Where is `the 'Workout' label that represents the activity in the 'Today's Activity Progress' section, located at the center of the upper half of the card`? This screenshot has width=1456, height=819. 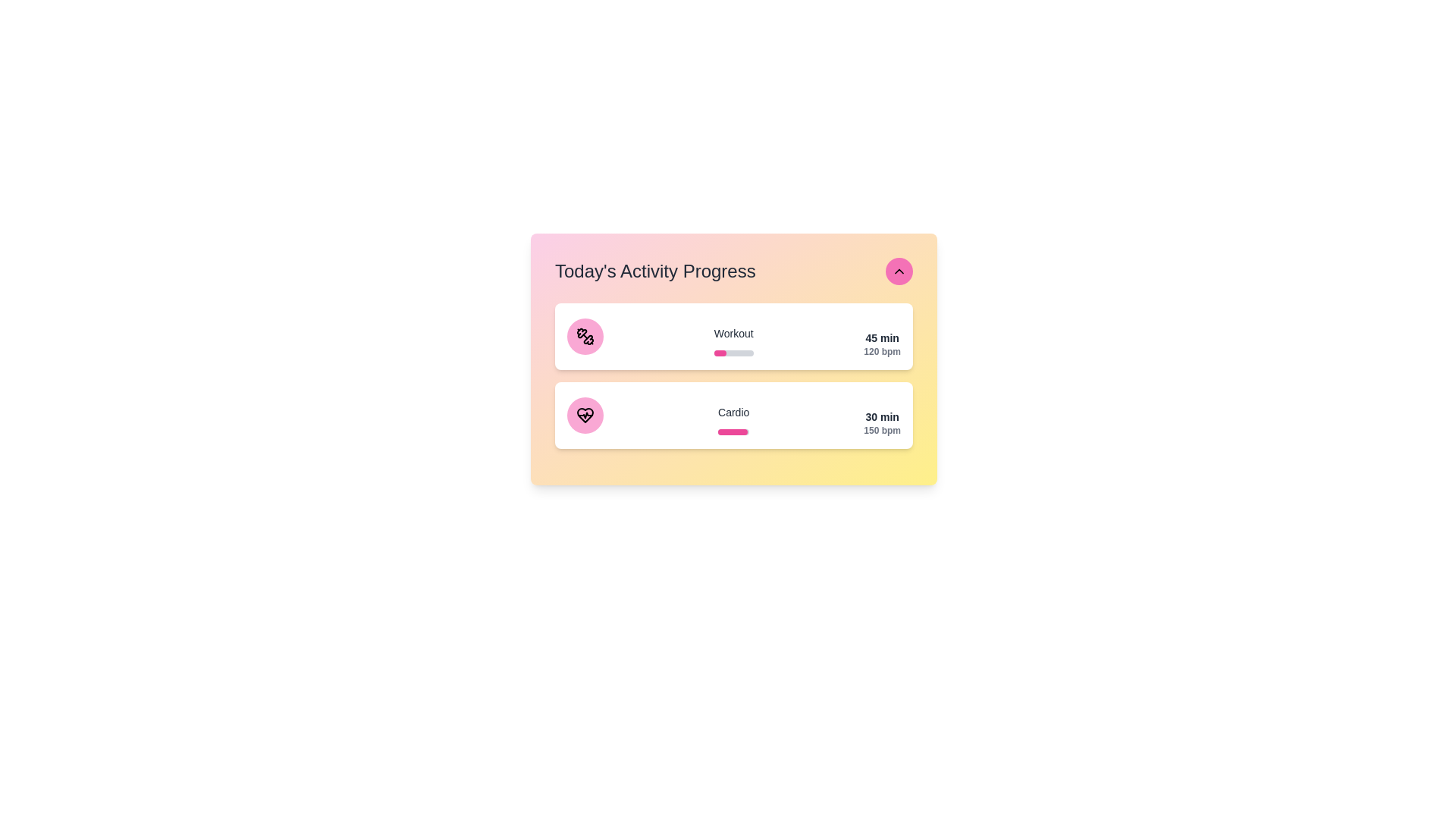 the 'Workout' label that represents the activity in the 'Today's Activity Progress' section, located at the center of the upper half of the card is located at coordinates (733, 341).